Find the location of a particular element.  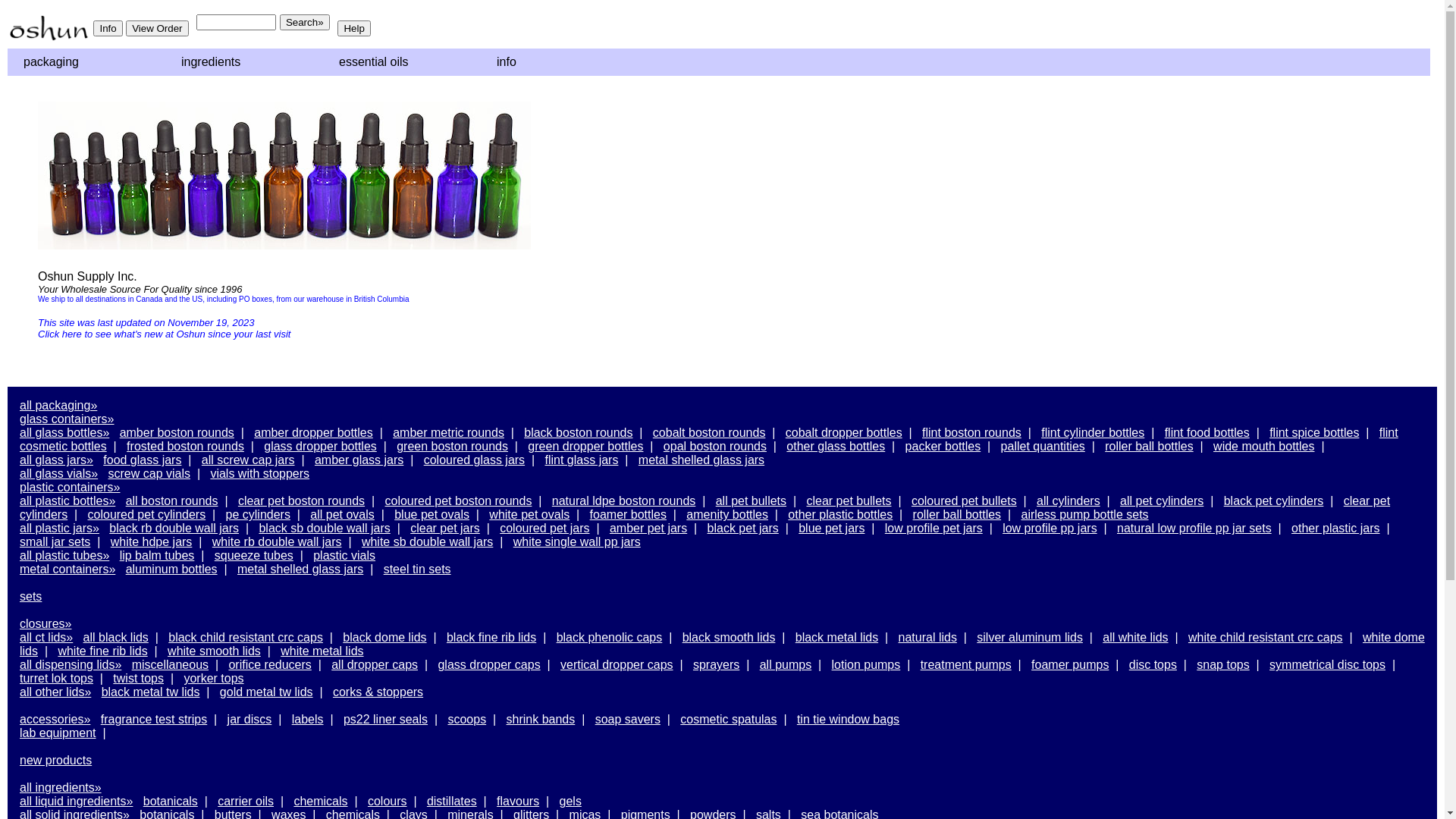

'other glass bottles' is located at coordinates (786, 445).